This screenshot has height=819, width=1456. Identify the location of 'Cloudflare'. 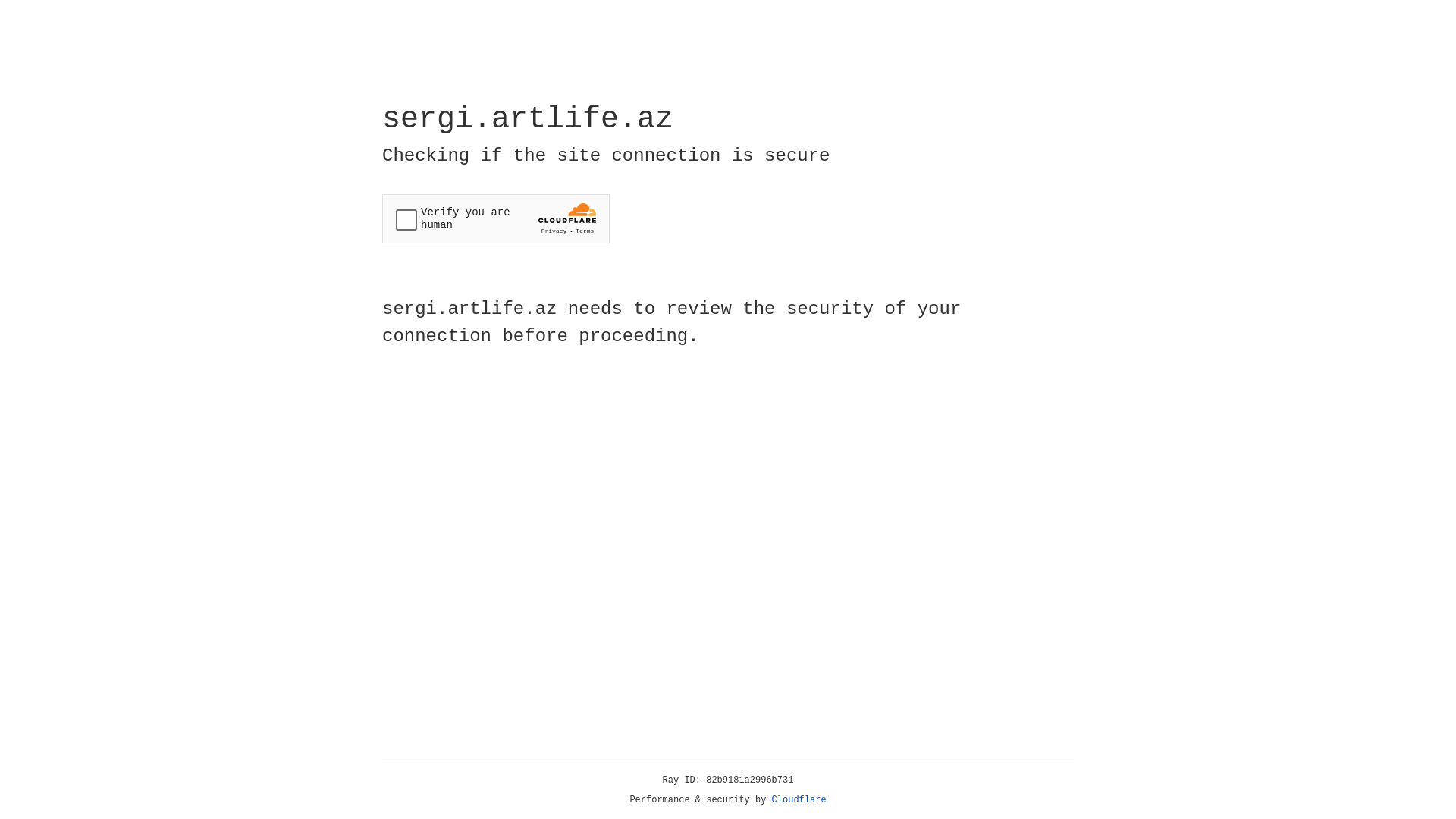
(799, 799).